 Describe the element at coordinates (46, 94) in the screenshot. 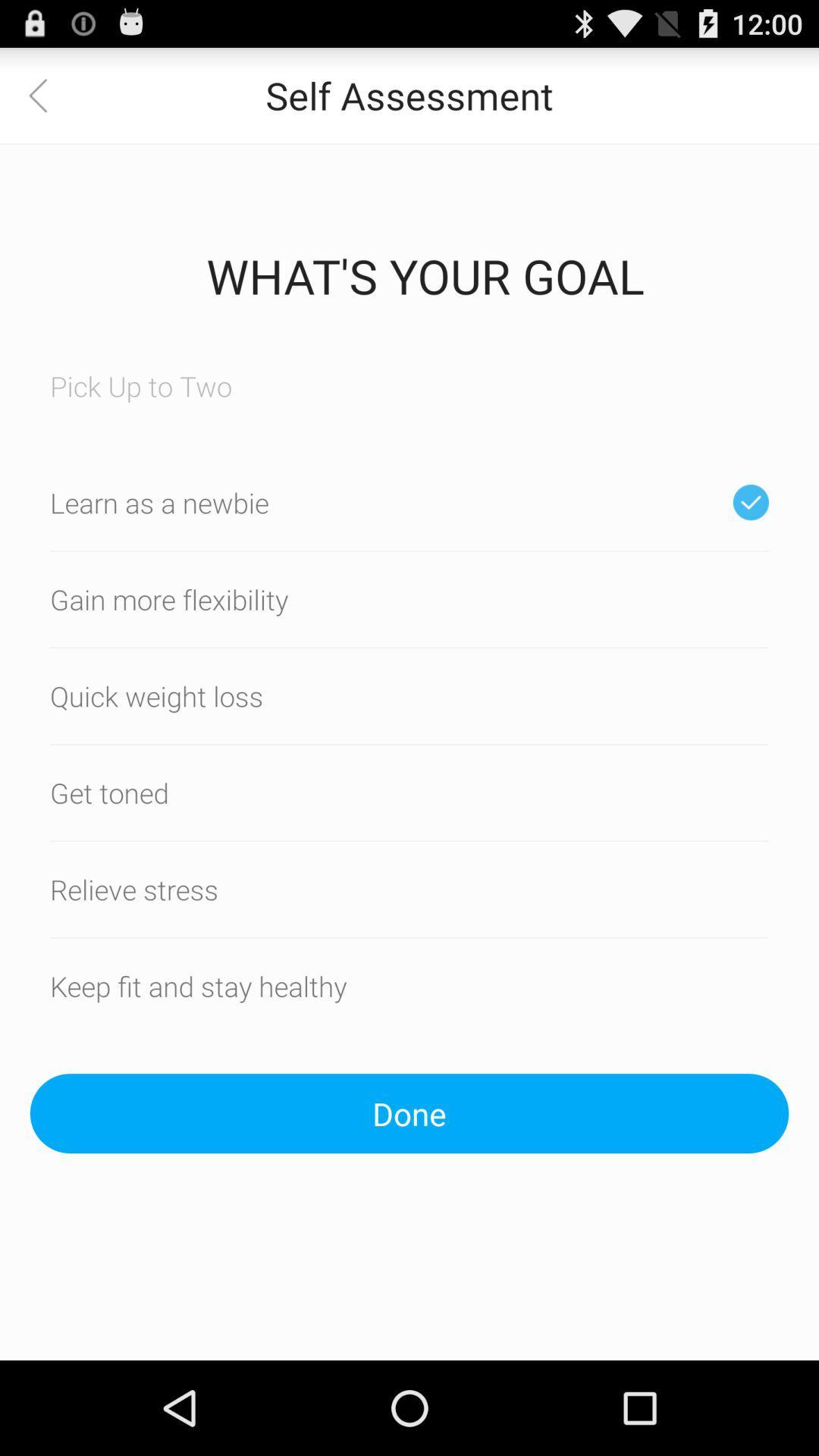

I see `go back` at that location.